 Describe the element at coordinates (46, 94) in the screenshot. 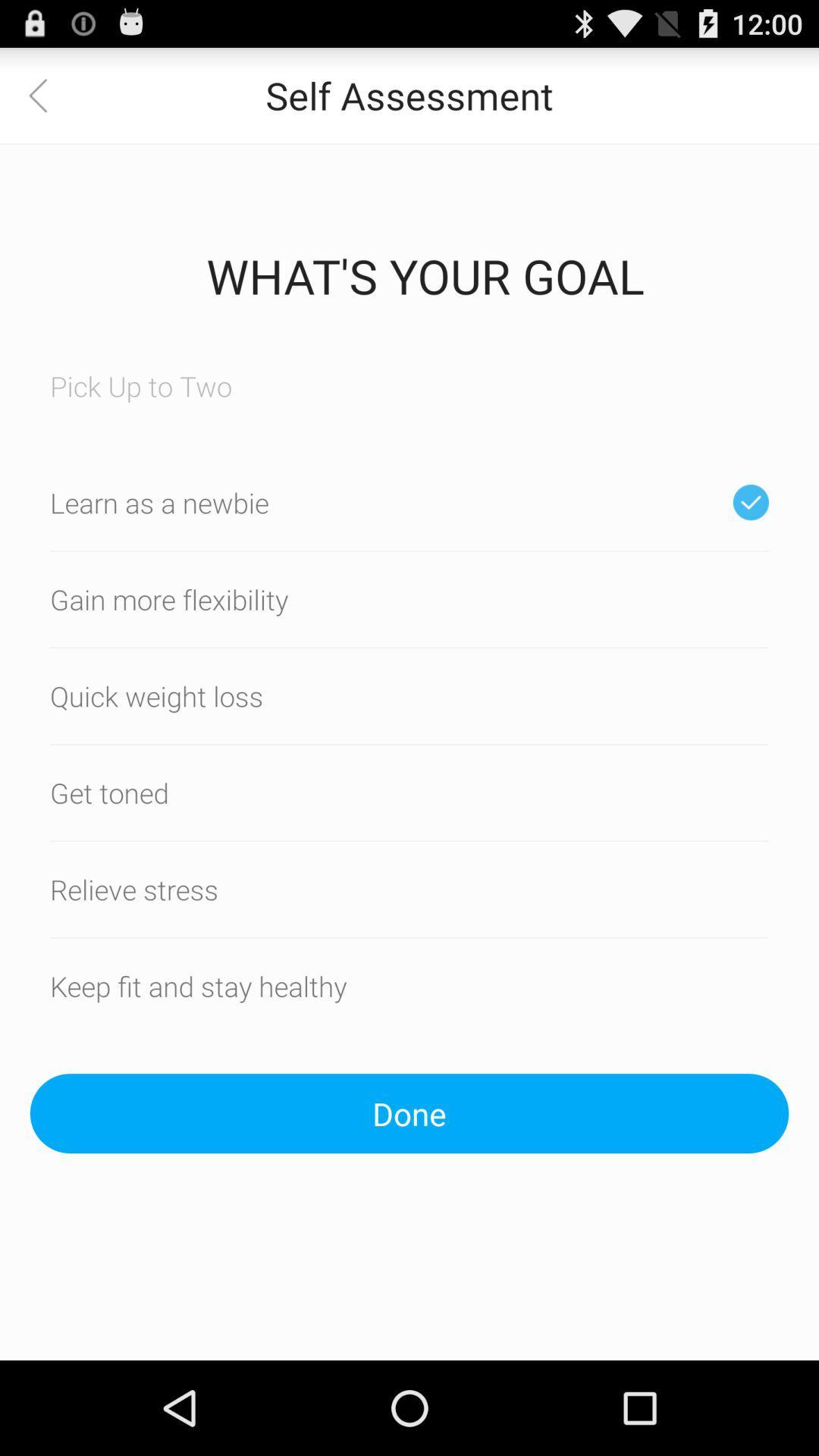

I see `go back` at that location.